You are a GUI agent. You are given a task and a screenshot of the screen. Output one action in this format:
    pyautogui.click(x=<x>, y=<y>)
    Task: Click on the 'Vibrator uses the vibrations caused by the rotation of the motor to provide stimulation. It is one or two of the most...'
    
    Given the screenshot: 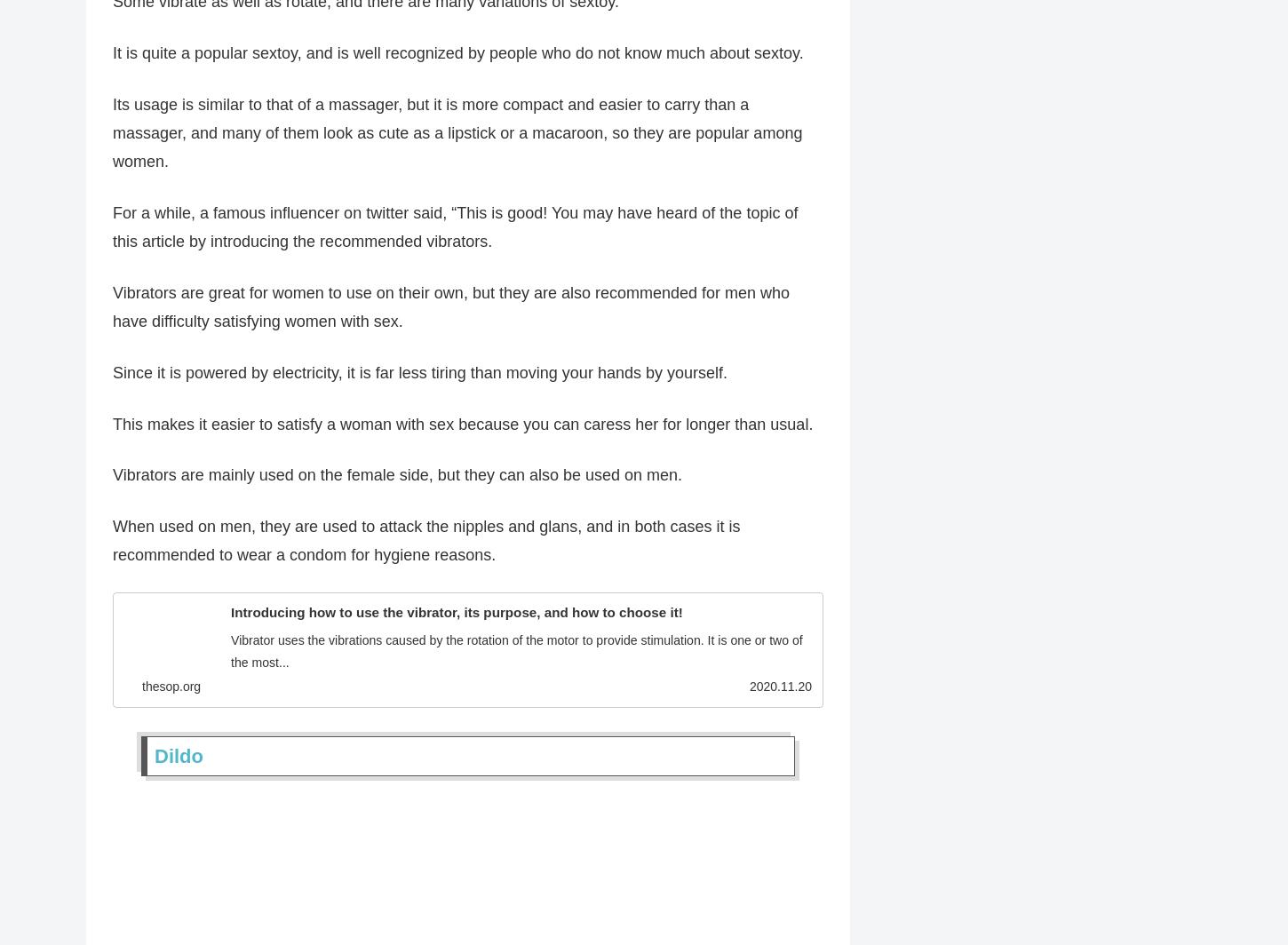 What is the action you would take?
    pyautogui.click(x=516, y=657)
    